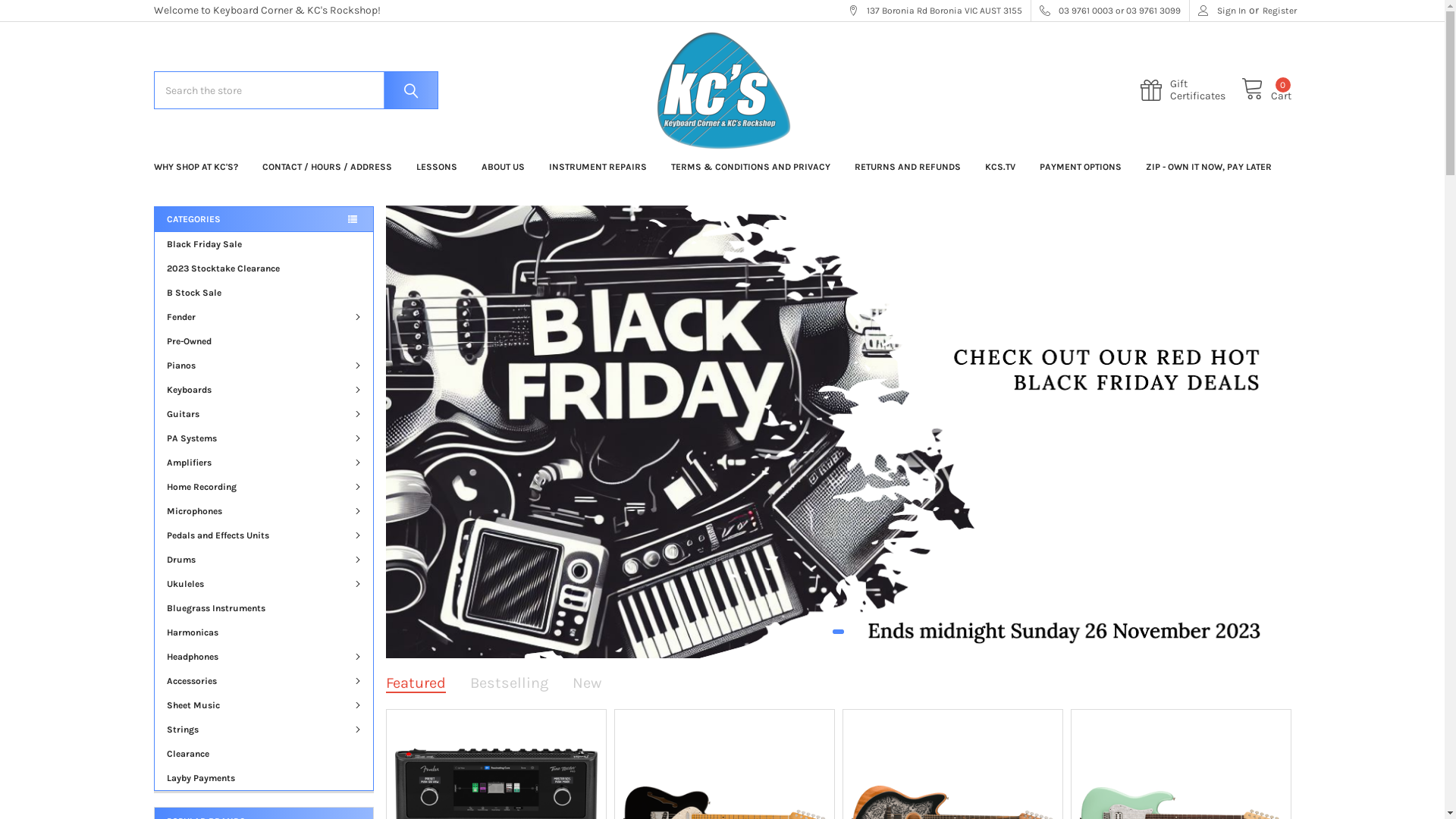 The height and width of the screenshot is (819, 1456). What do you see at coordinates (263, 680) in the screenshot?
I see `'Accessories'` at bounding box center [263, 680].